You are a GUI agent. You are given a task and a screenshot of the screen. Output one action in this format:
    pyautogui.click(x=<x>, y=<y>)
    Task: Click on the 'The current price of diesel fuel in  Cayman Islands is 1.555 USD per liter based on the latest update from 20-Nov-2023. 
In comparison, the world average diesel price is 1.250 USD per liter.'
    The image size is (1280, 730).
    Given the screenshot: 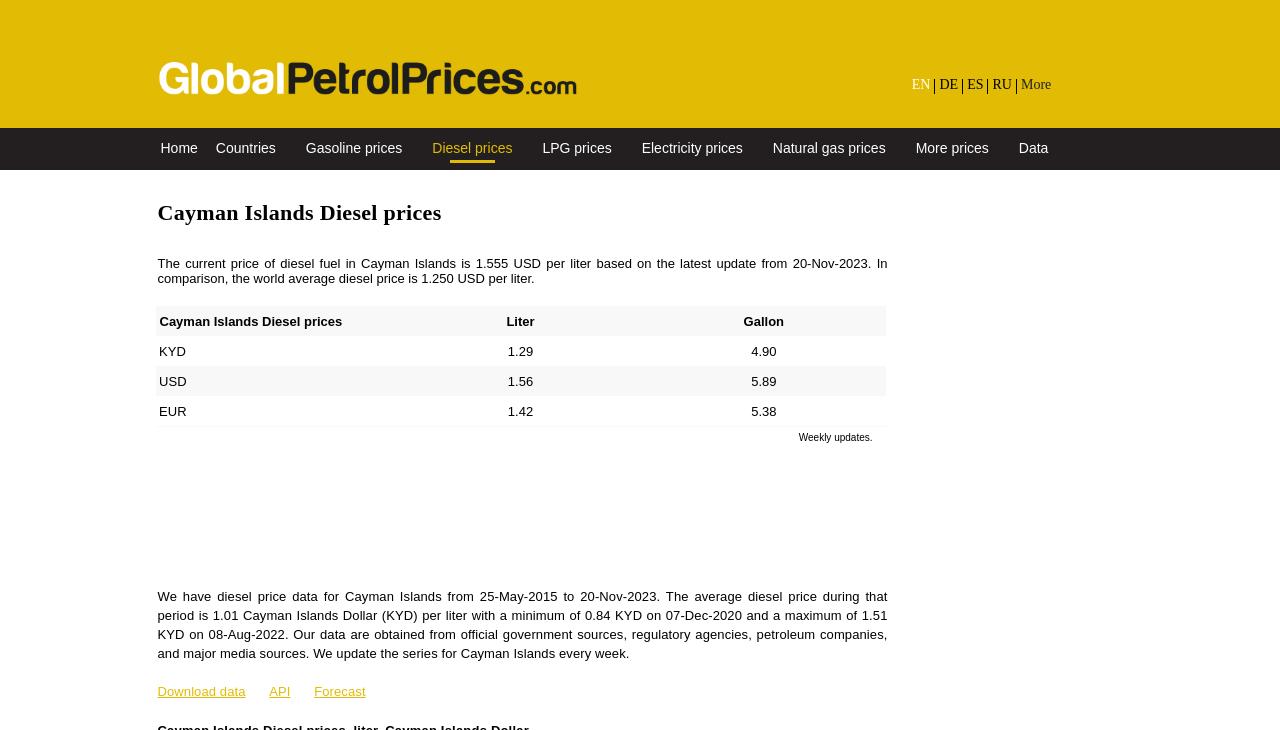 What is the action you would take?
    pyautogui.click(x=521, y=270)
    